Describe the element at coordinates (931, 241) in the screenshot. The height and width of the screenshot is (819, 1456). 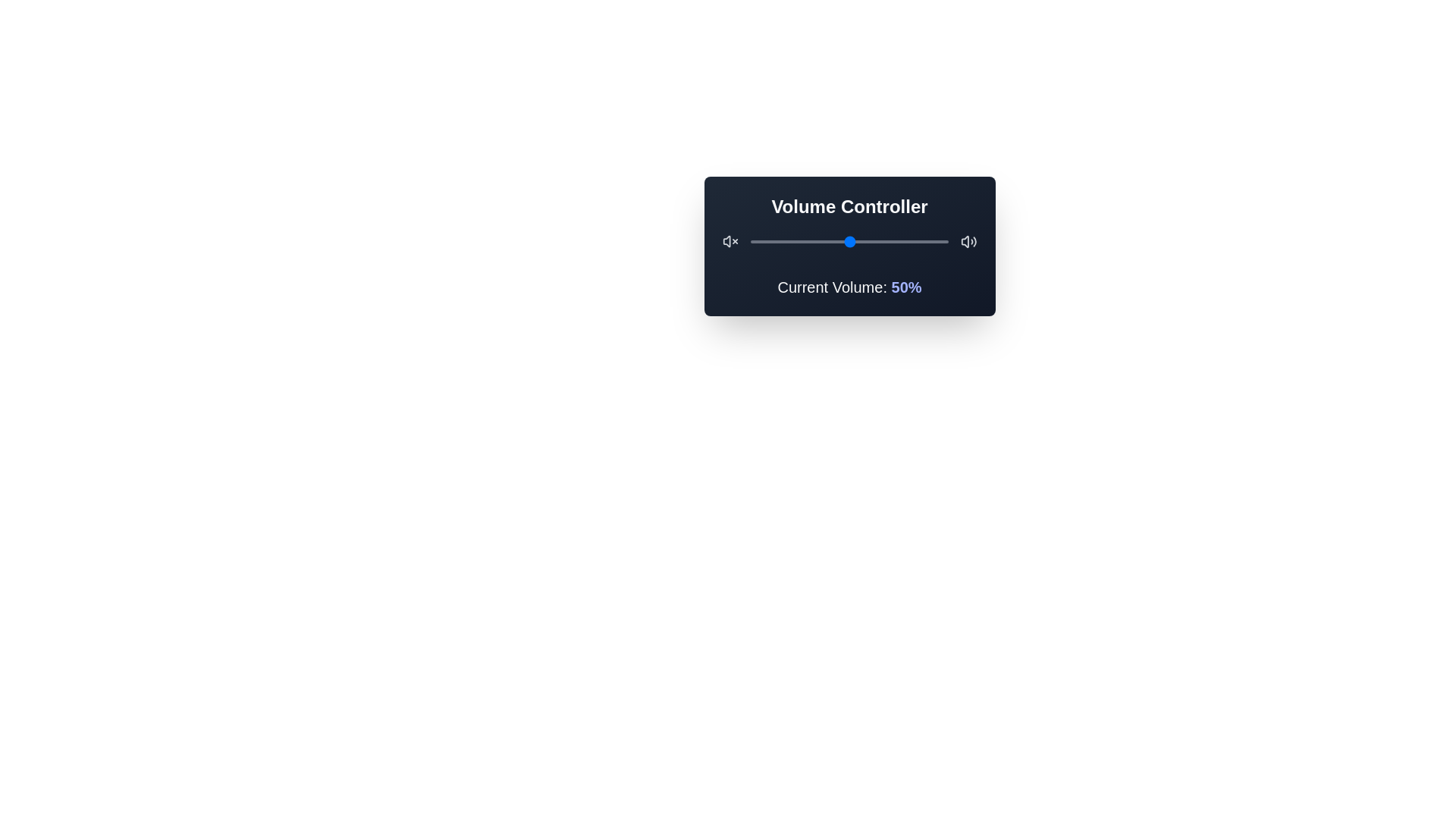
I see `the volume slider to 92%` at that location.